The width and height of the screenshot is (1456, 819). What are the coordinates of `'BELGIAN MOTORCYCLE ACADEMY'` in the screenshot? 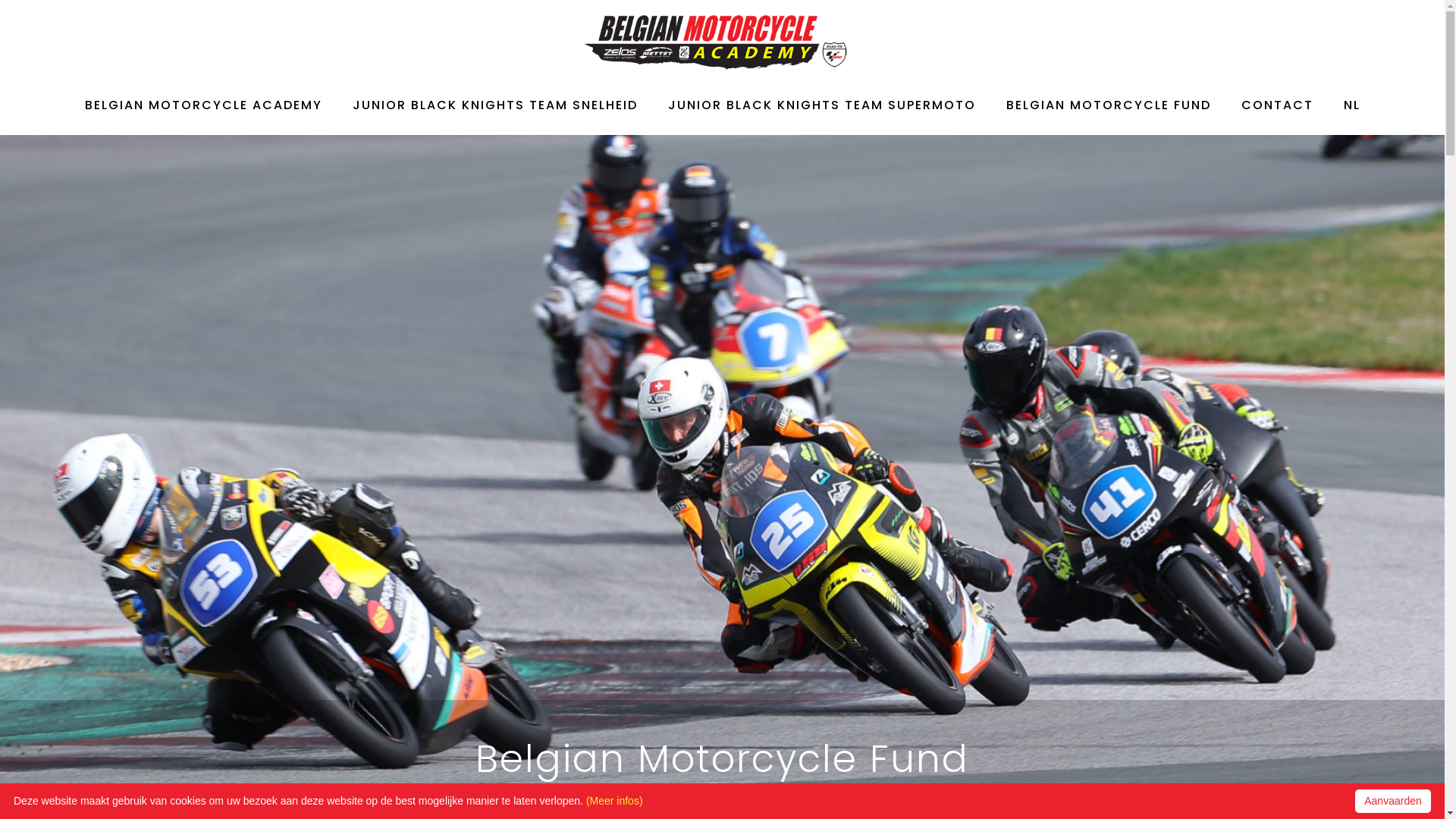 It's located at (202, 107).